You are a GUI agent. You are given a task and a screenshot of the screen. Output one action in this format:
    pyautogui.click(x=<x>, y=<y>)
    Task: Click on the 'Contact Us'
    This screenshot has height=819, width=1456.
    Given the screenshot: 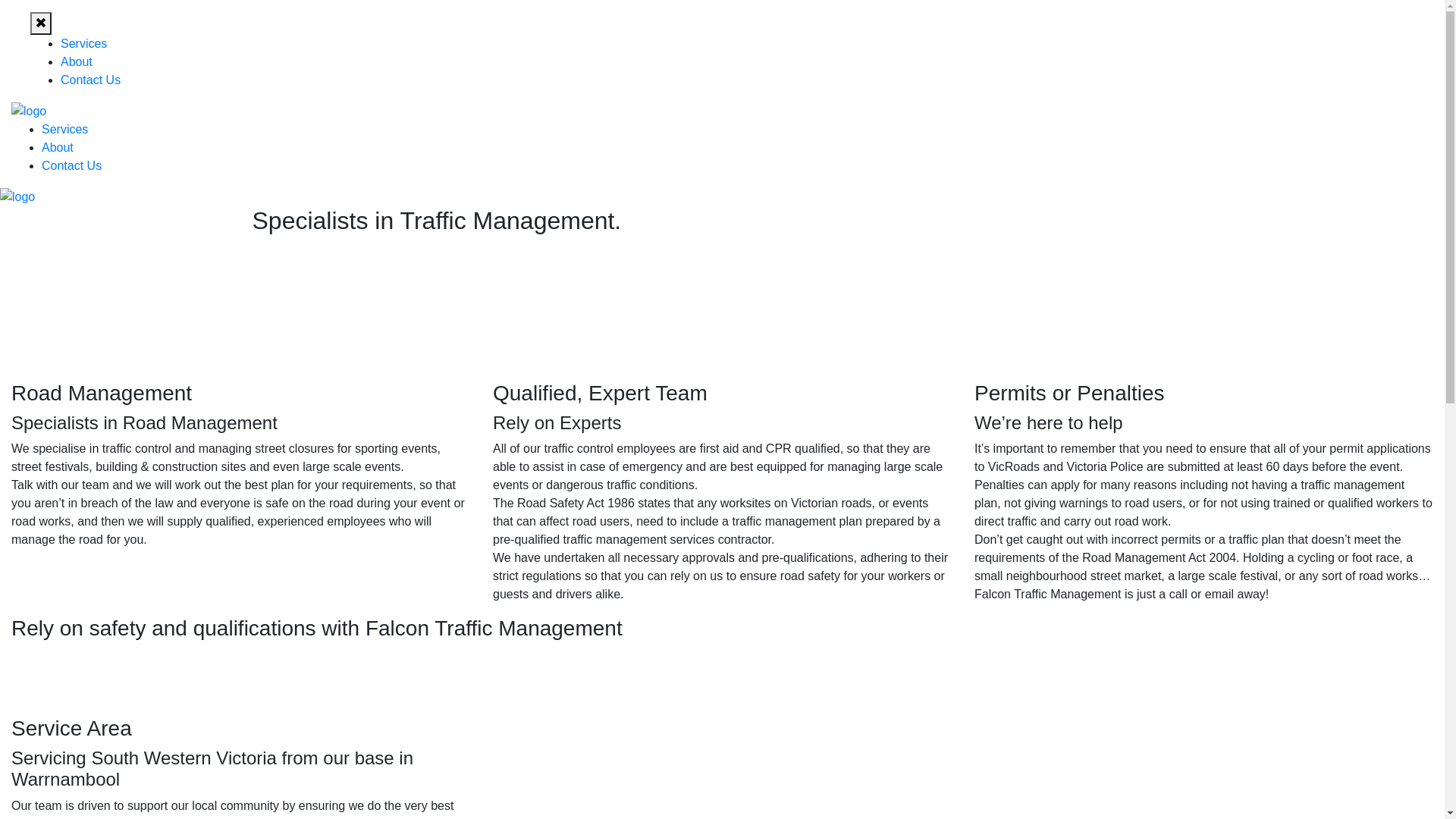 What is the action you would take?
    pyautogui.click(x=89, y=80)
    